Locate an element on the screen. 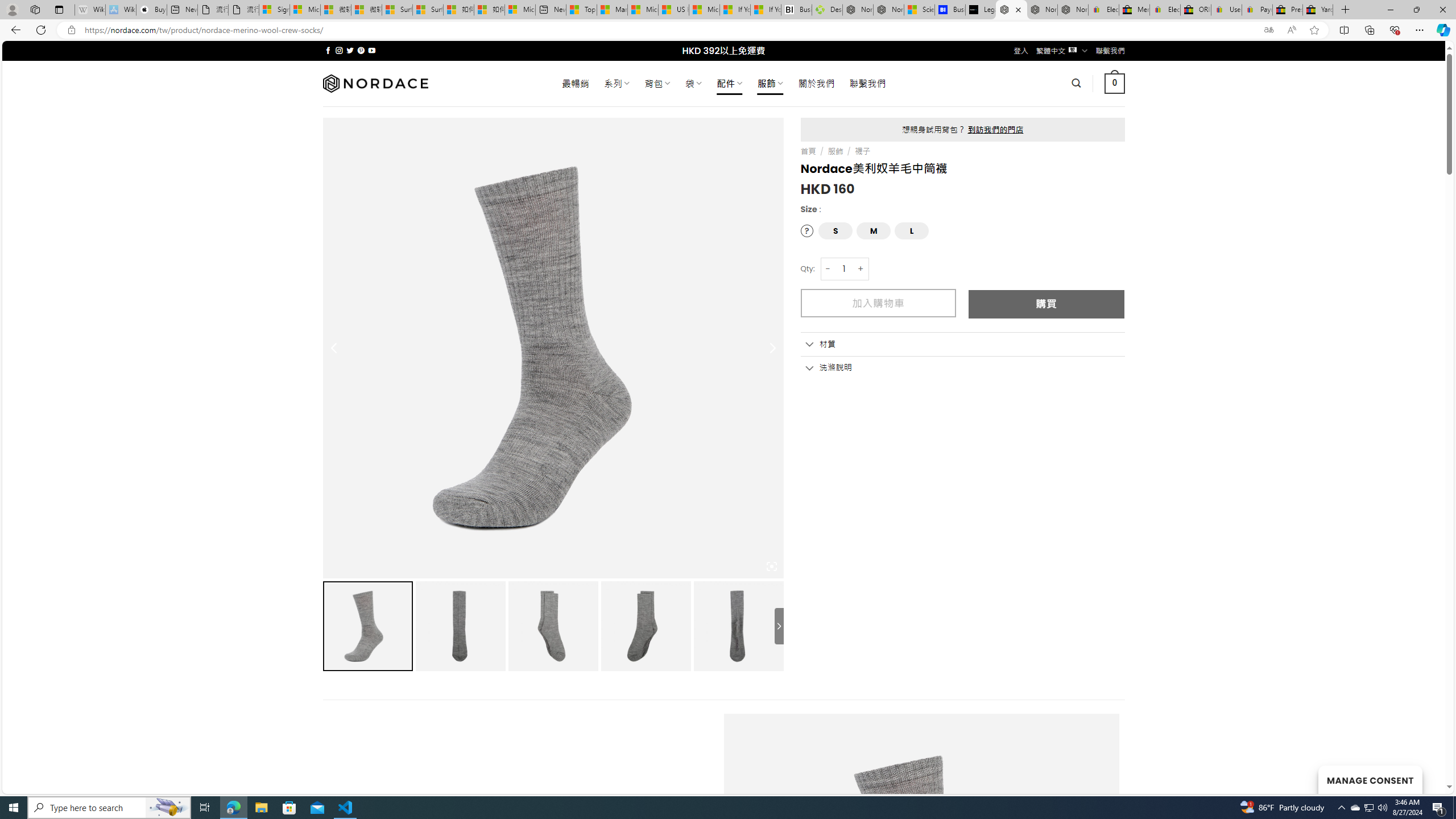  'Follow on YouTube' is located at coordinates (371, 50).